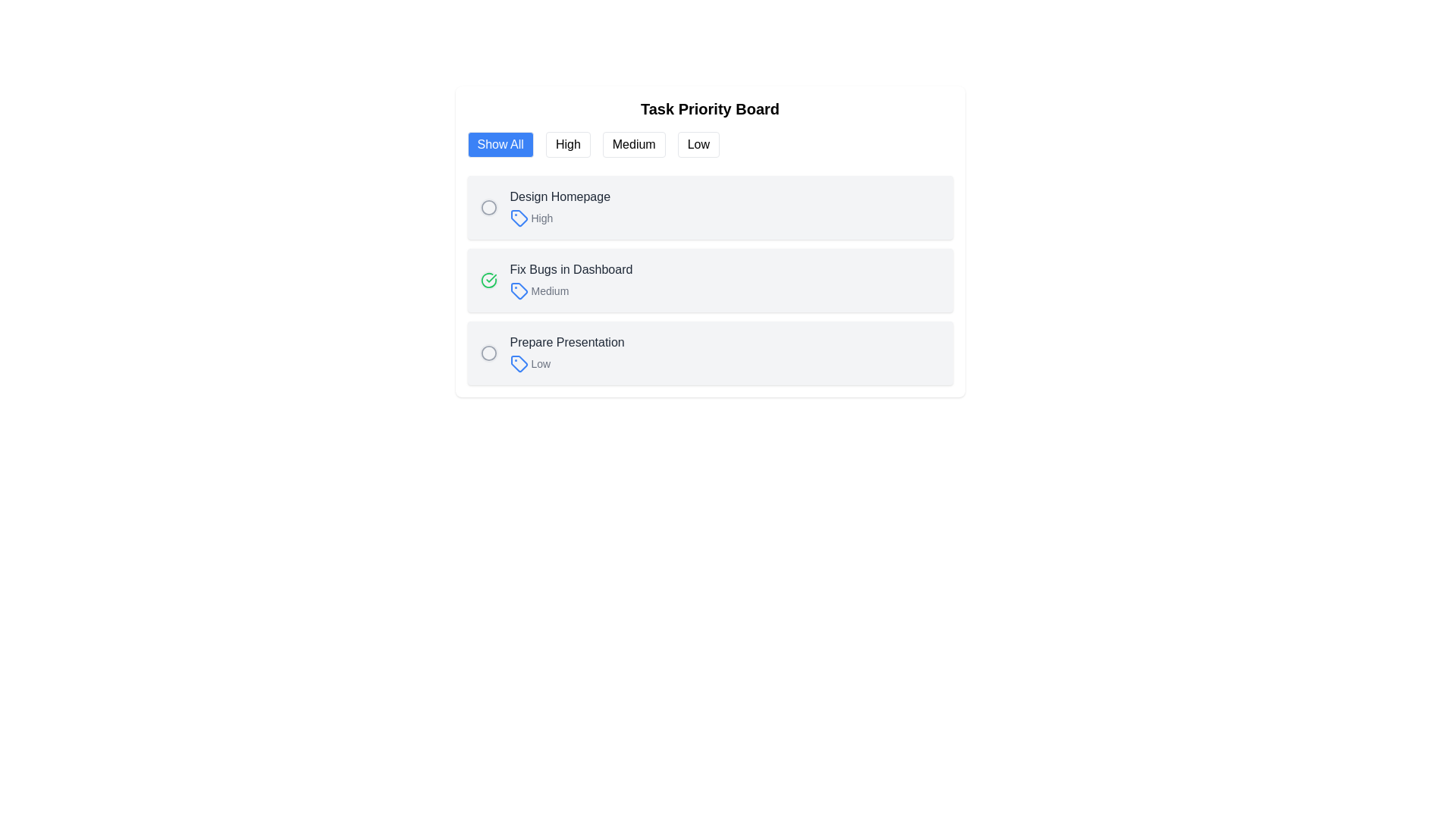  What do you see at coordinates (519, 291) in the screenshot?
I see `the priority level icon located to the left of the text 'Medium' in the second row of the Task Priority Board section` at bounding box center [519, 291].